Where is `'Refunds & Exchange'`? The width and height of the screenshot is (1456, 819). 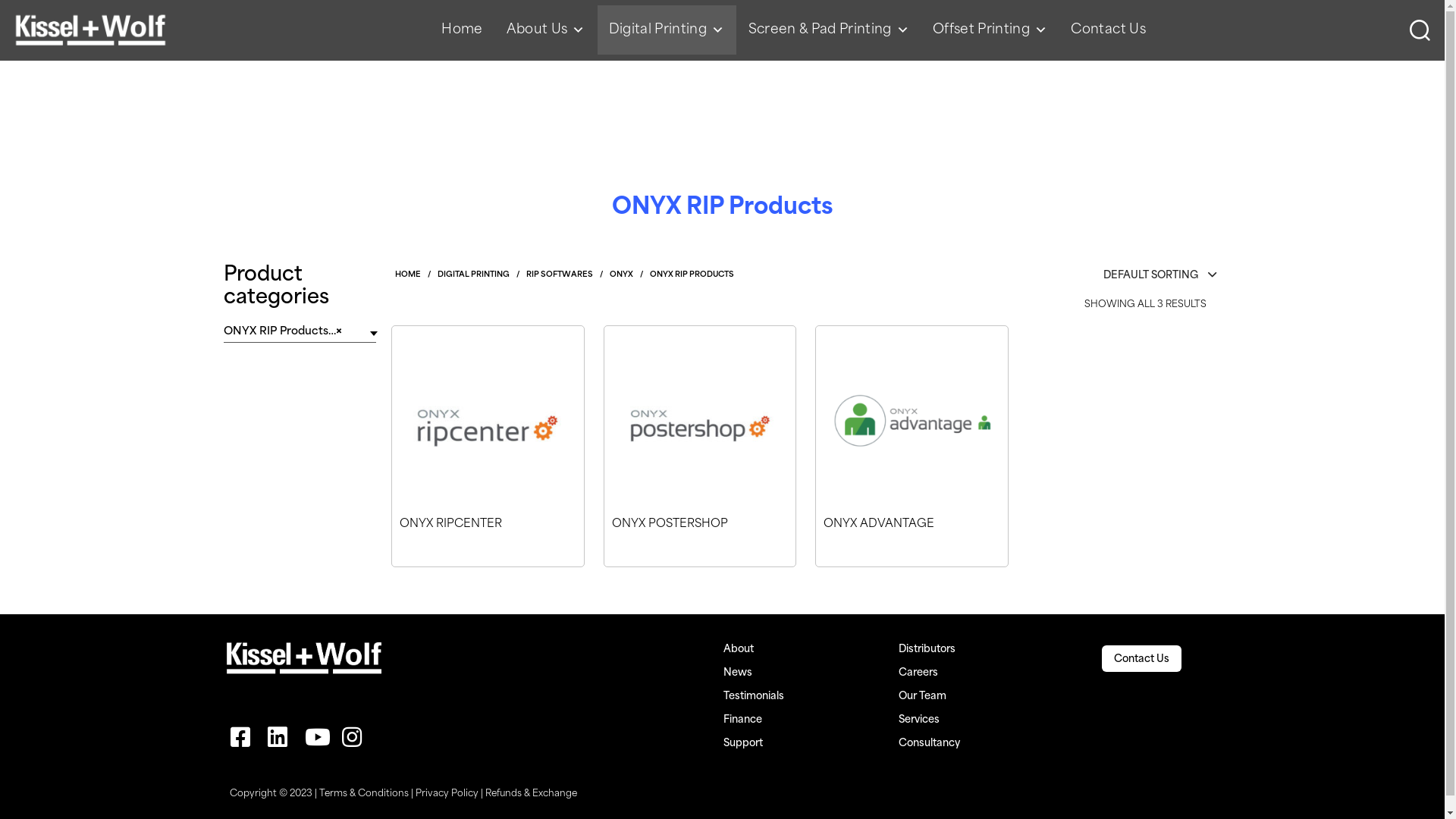
'Refunds & Exchange' is located at coordinates (531, 793).